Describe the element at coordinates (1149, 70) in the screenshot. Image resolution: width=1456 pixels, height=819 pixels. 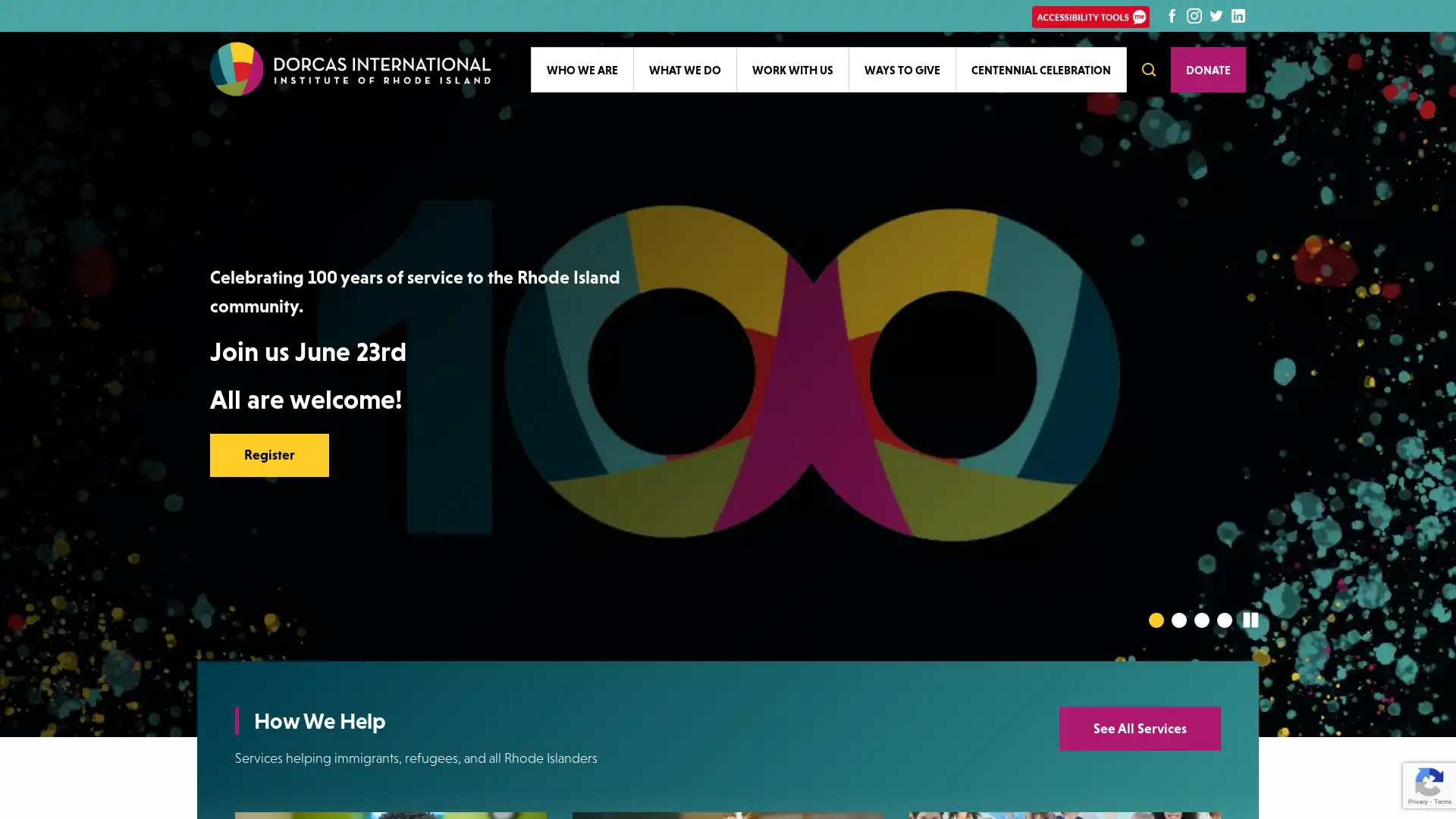
I see `Open Search` at that location.